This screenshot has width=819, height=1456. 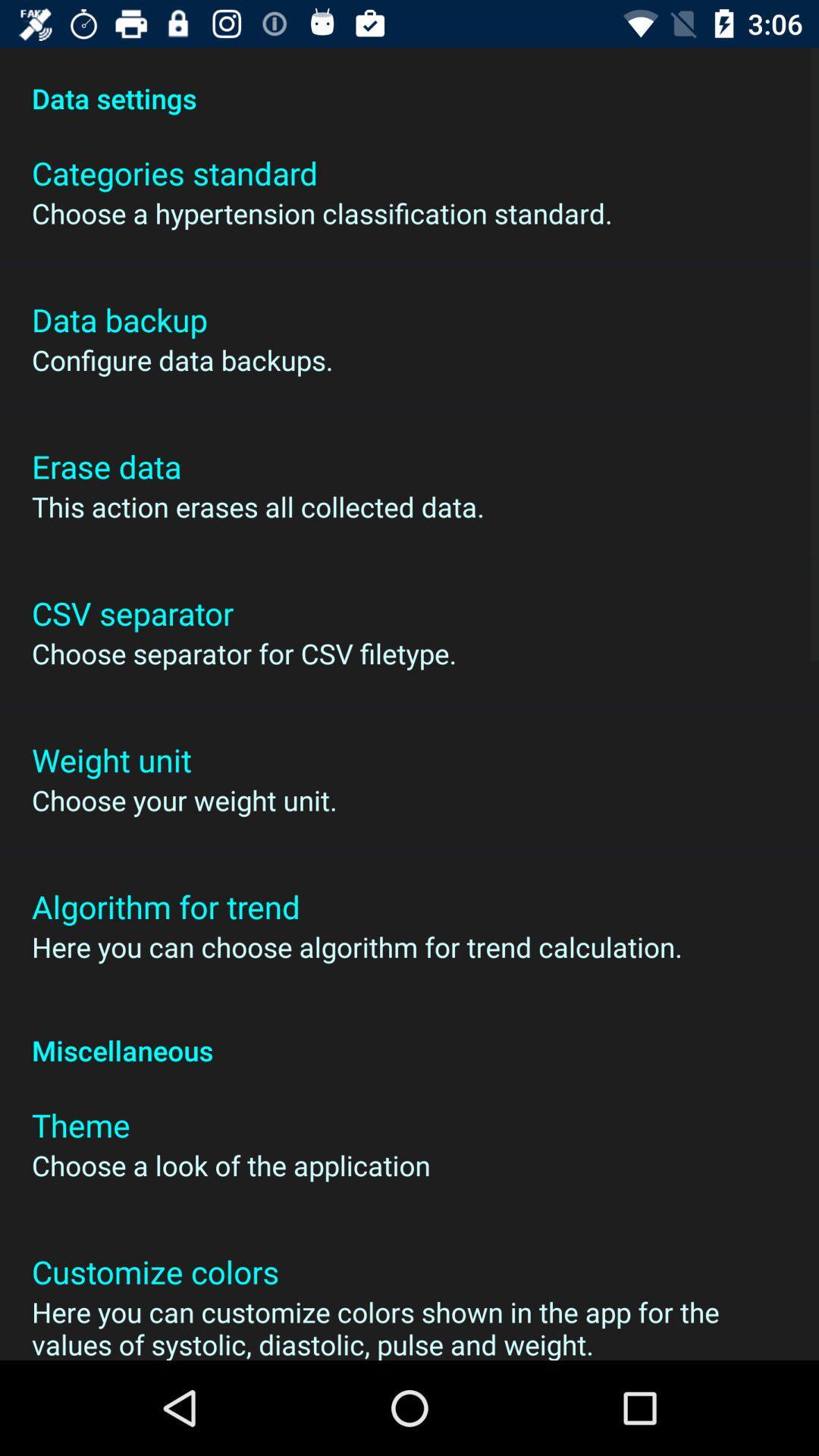 What do you see at coordinates (184, 799) in the screenshot?
I see `icon below weight unit app` at bounding box center [184, 799].